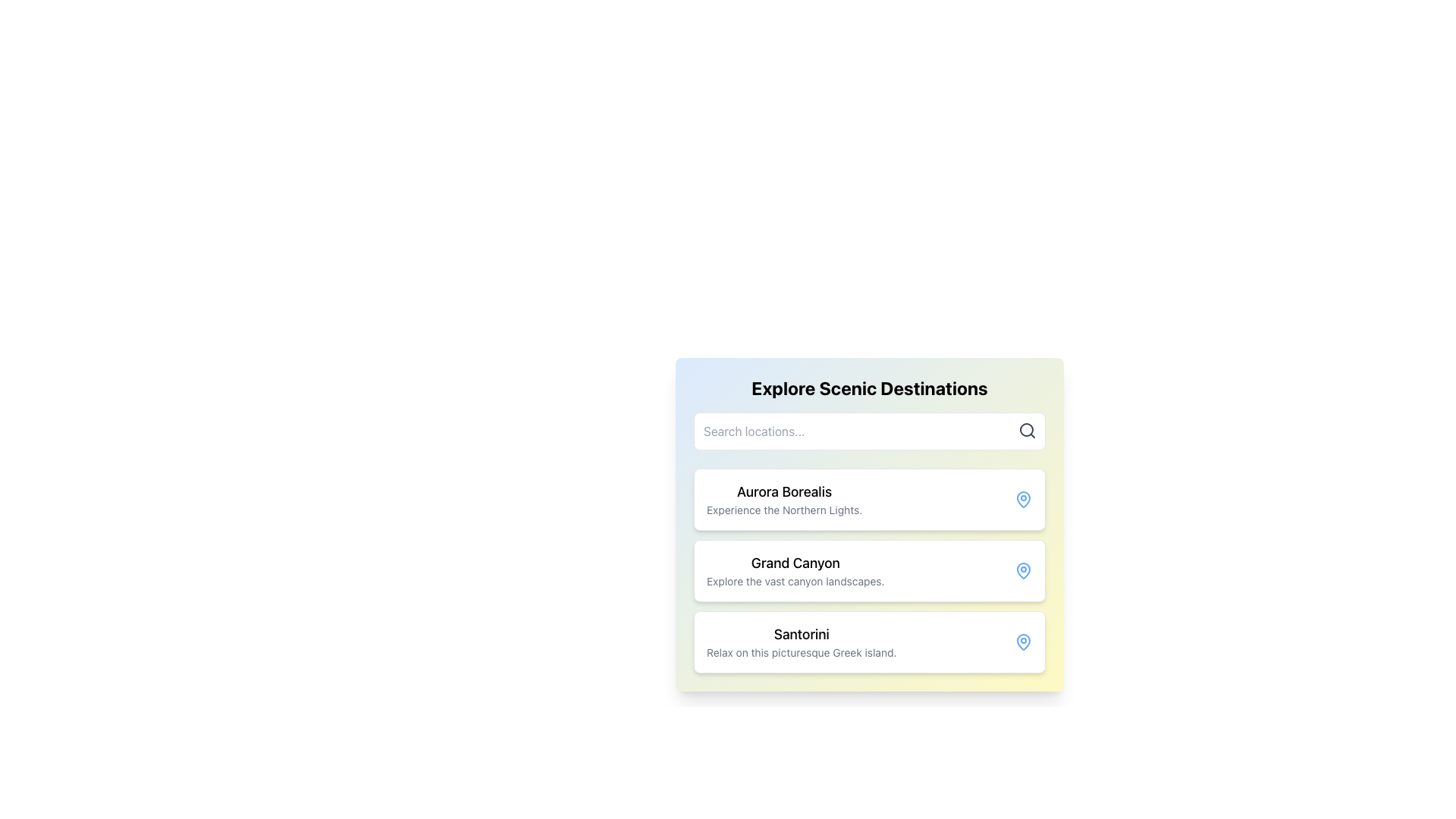  I want to click on the gray magnifying glass icon button located at the top-right corner of the search bar to initiate a search, so click(1027, 430).